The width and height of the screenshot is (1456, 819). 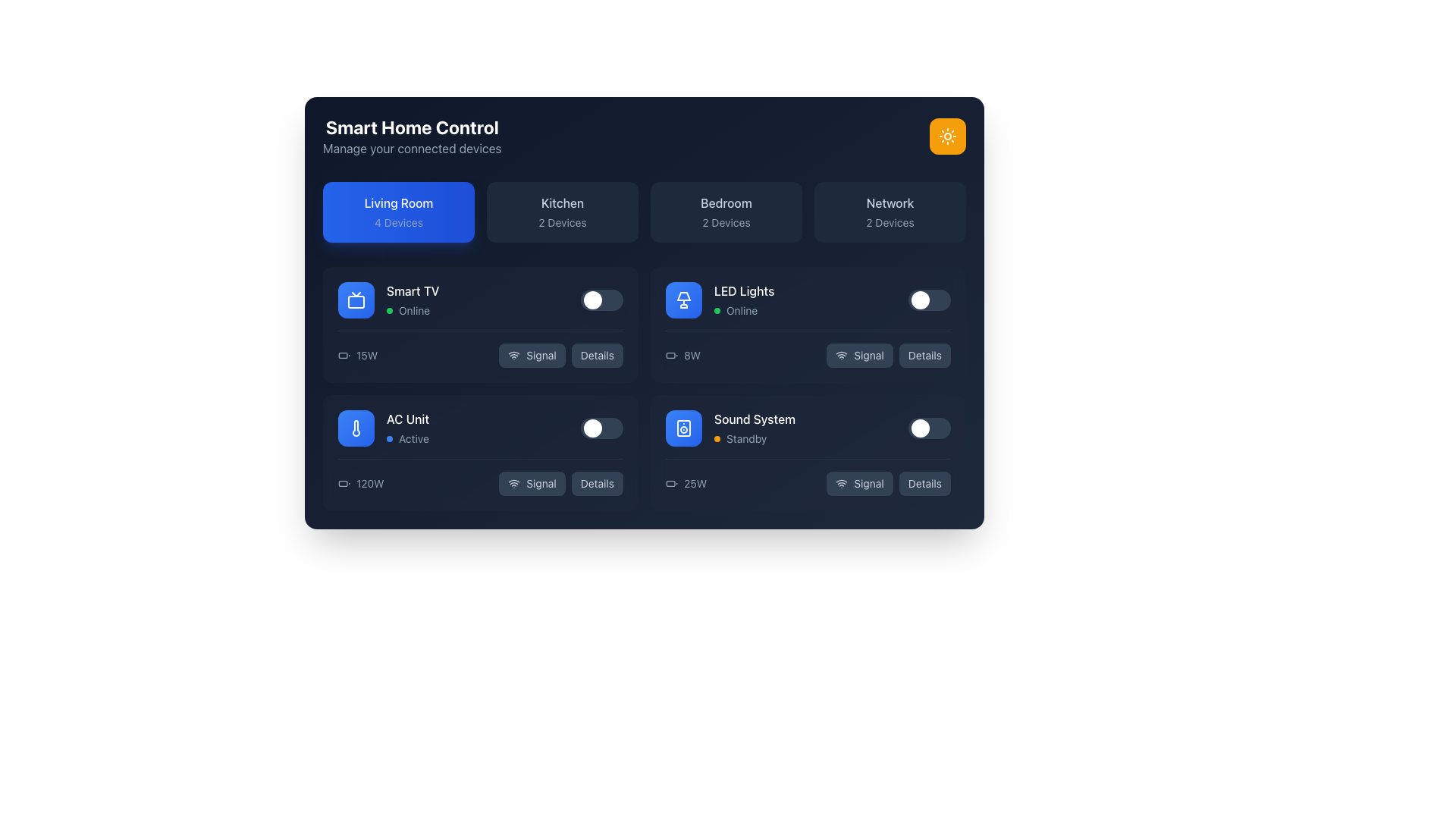 What do you see at coordinates (562, 222) in the screenshot?
I see `the label displaying '2 Devices', which is styled in light gray color and located below the 'Kitchen' text in the top row of the user interface` at bounding box center [562, 222].